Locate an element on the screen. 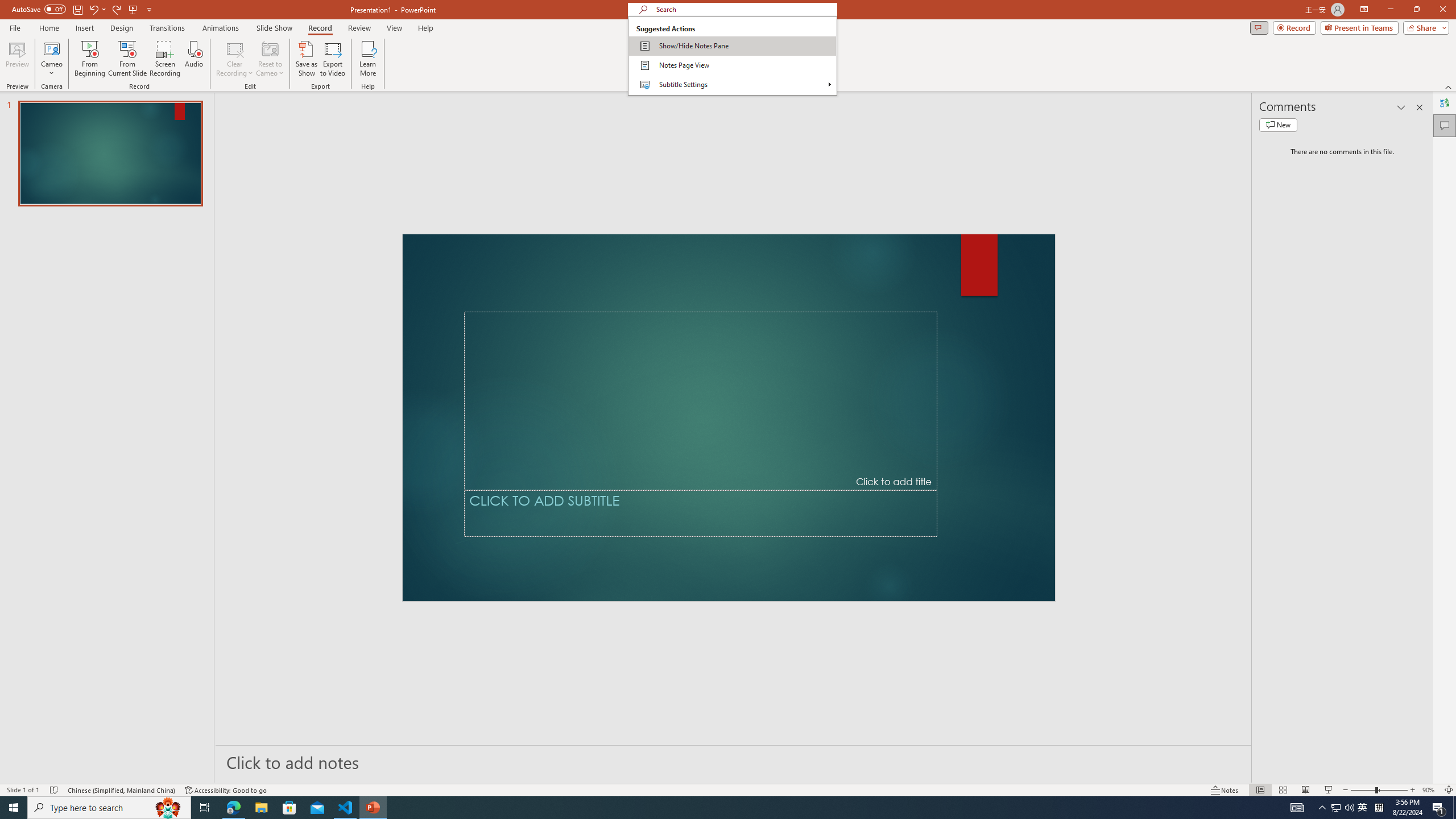 The image size is (1456, 819). 'Zoom 90%' is located at coordinates (1430, 790).